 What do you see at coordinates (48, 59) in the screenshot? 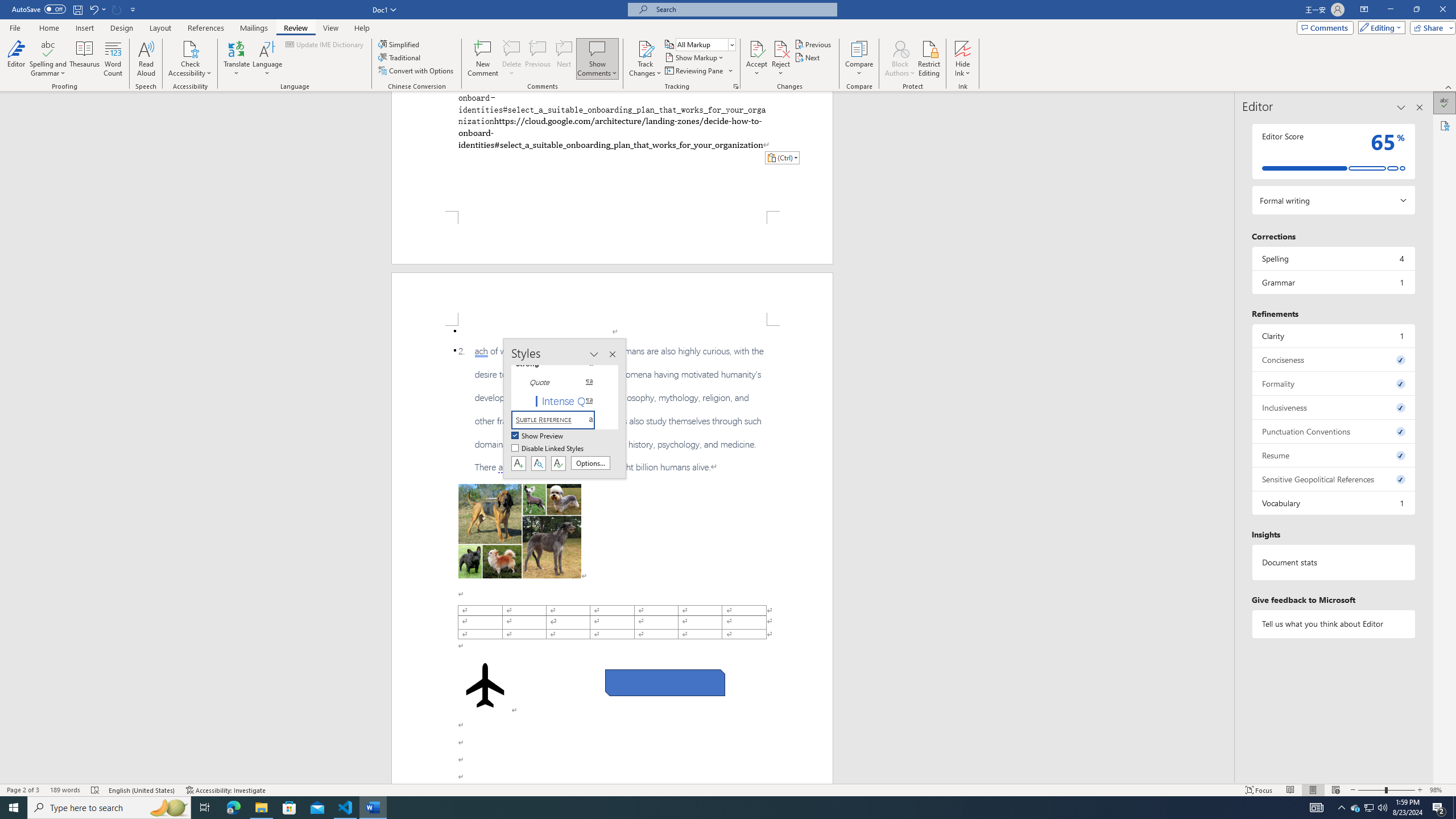
I see `'Spelling and Grammar'` at bounding box center [48, 59].